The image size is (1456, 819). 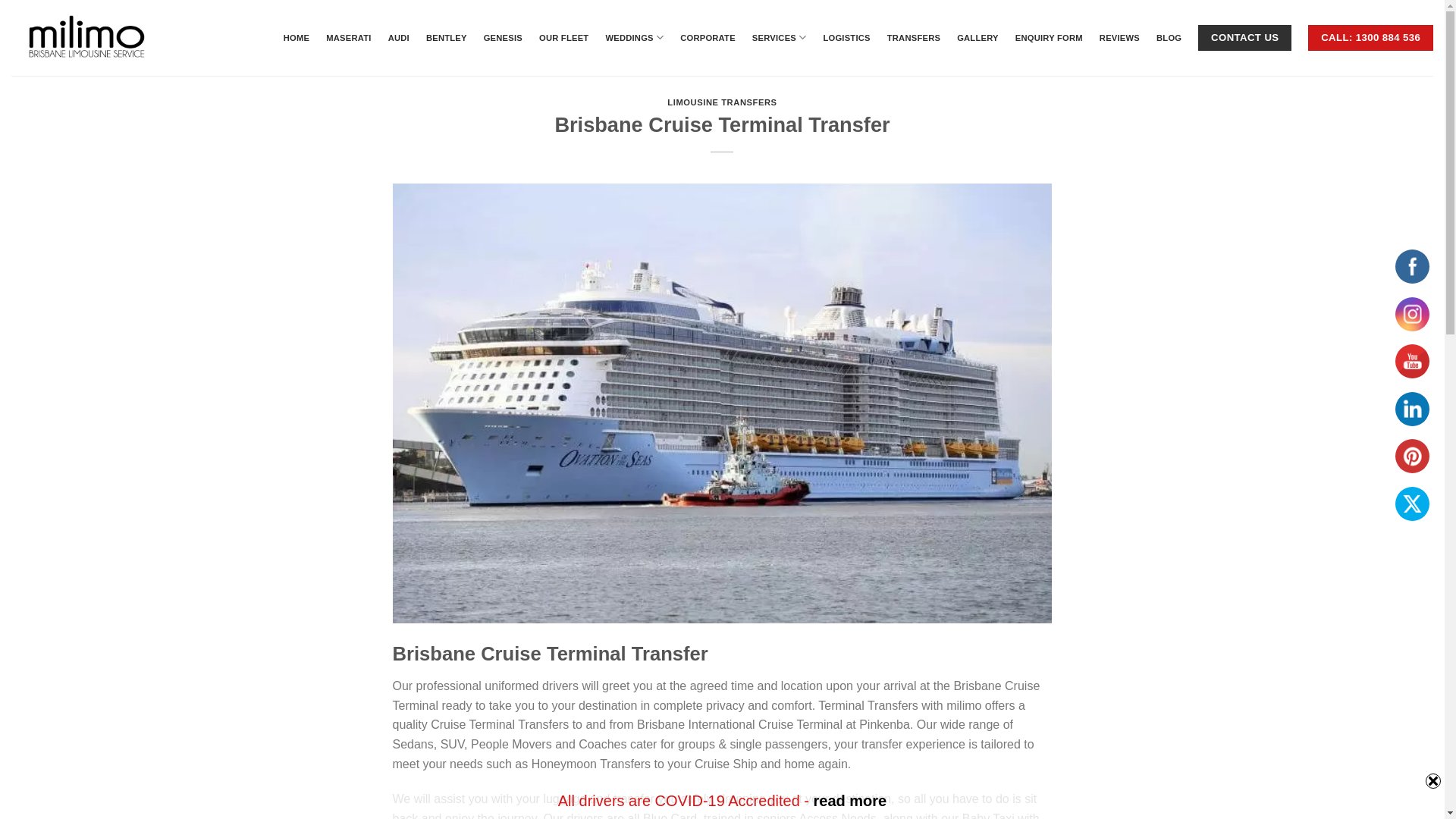 What do you see at coordinates (347, 37) in the screenshot?
I see `'MASERATI'` at bounding box center [347, 37].